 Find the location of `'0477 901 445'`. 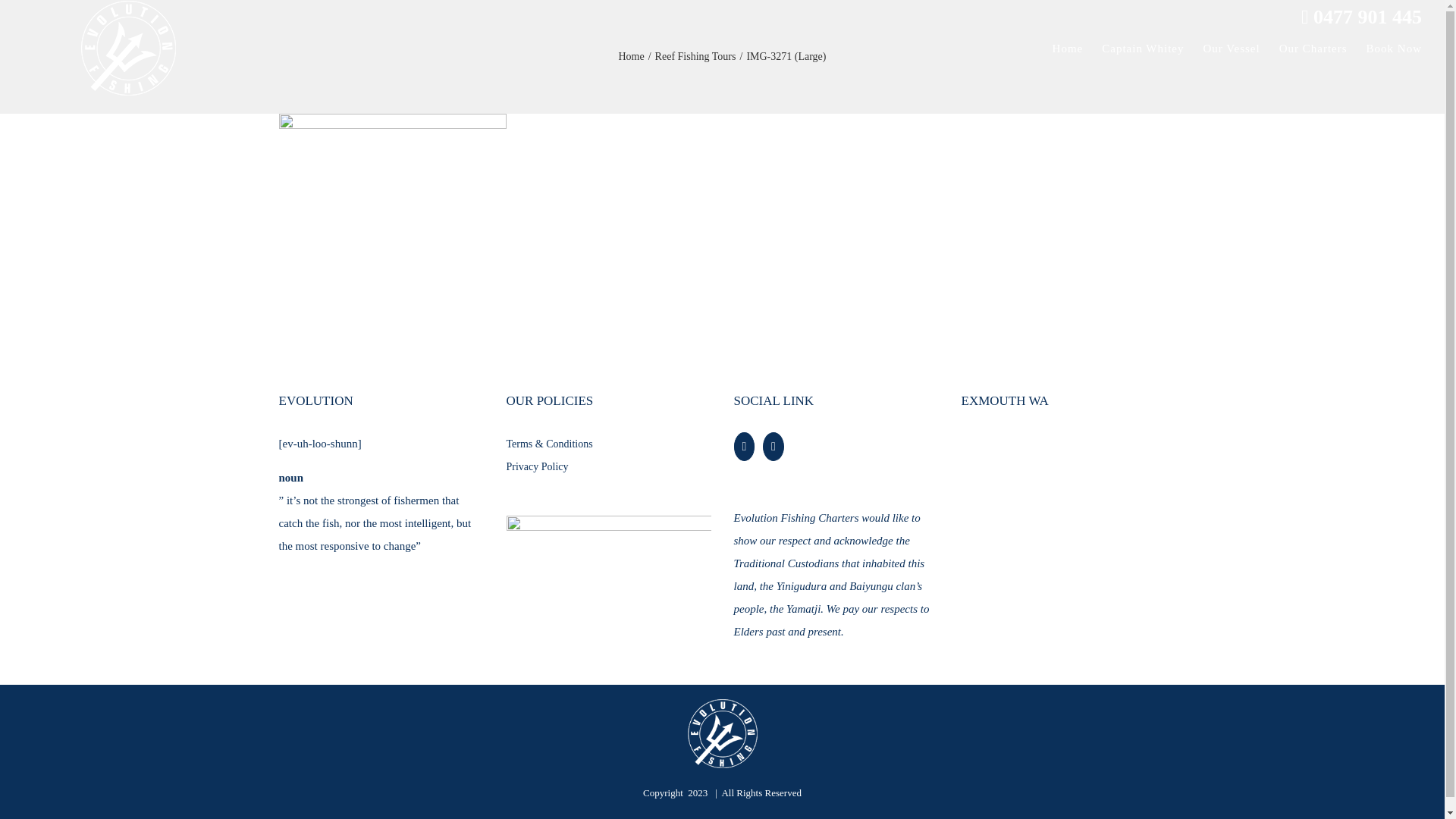

'0477 901 445' is located at coordinates (1361, 17).